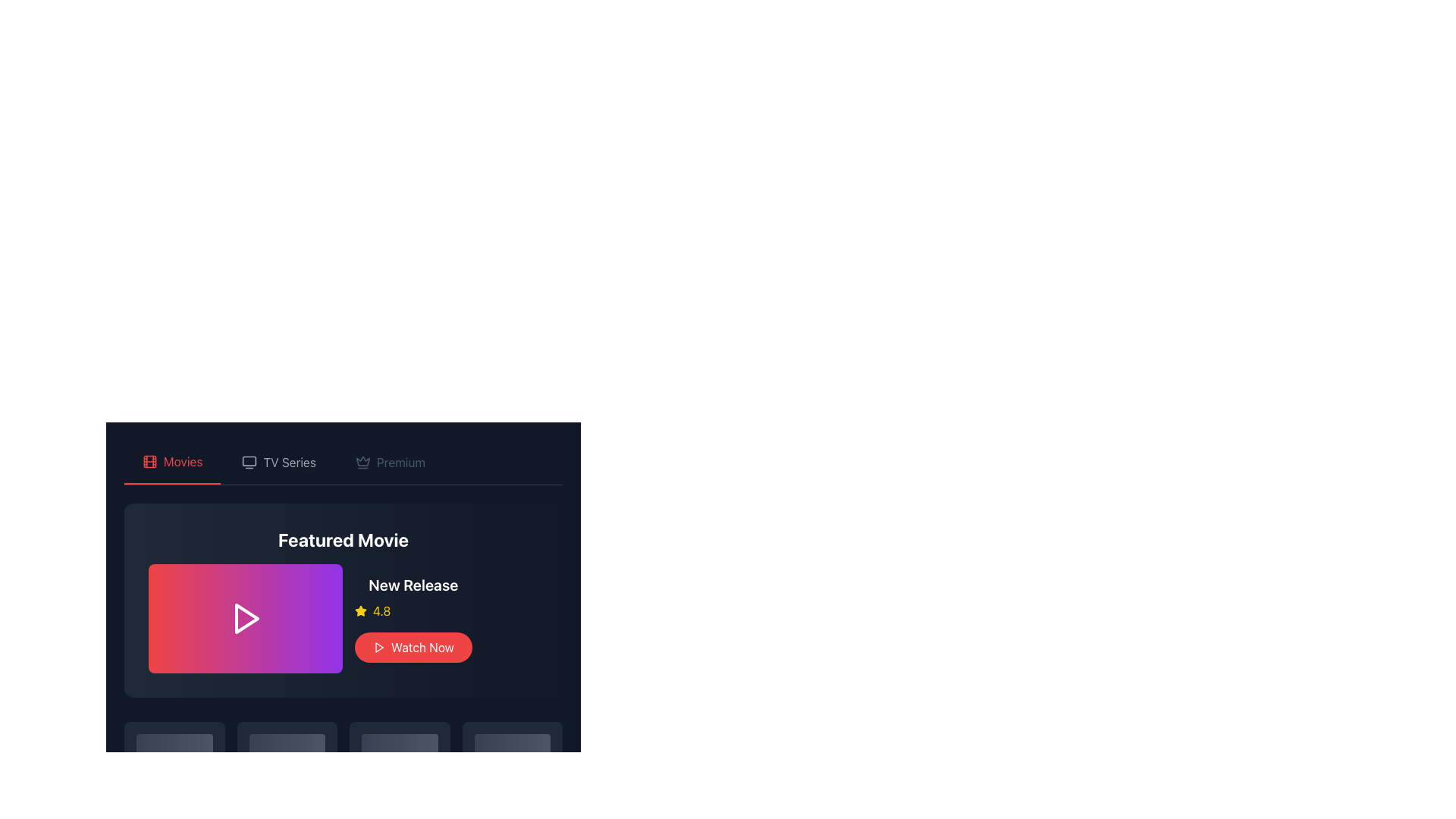  I want to click on the disabled 'Premium' button, which is the third item in the horizontal navigation menu for accessing premium content, so click(390, 461).